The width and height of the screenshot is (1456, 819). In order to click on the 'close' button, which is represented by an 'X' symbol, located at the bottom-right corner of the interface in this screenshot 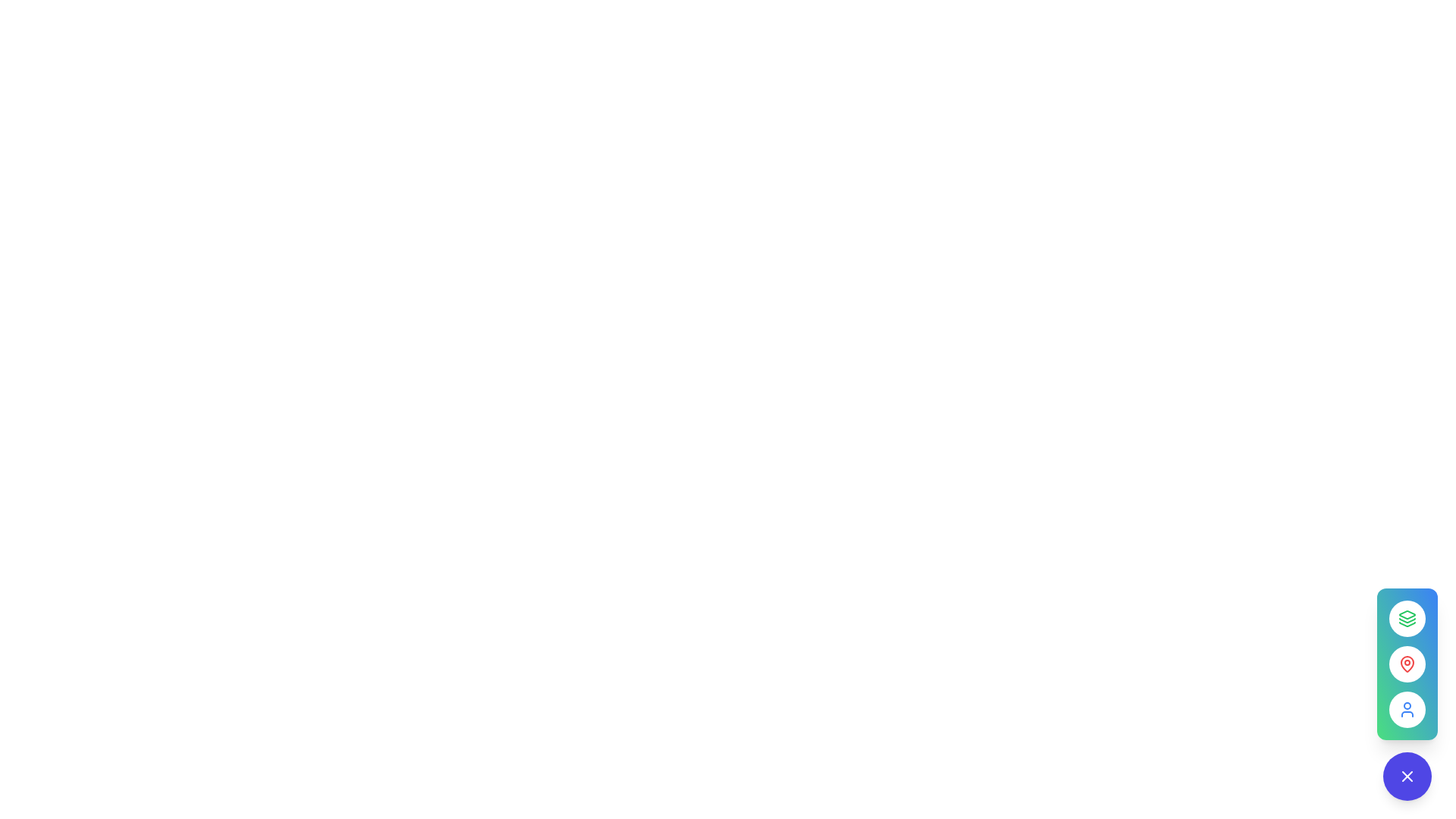, I will do `click(1407, 776)`.